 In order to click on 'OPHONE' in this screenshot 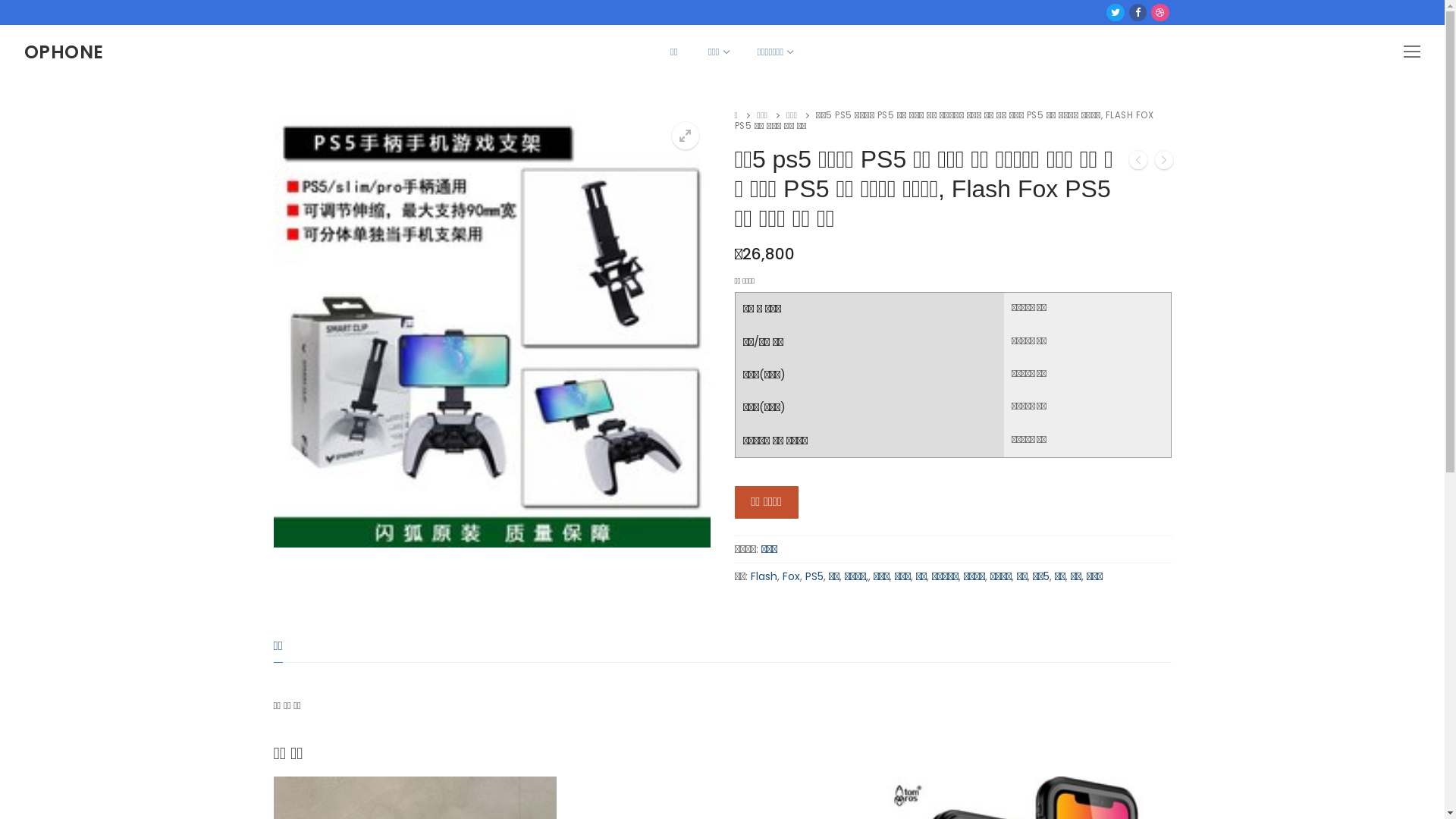, I will do `click(62, 51)`.